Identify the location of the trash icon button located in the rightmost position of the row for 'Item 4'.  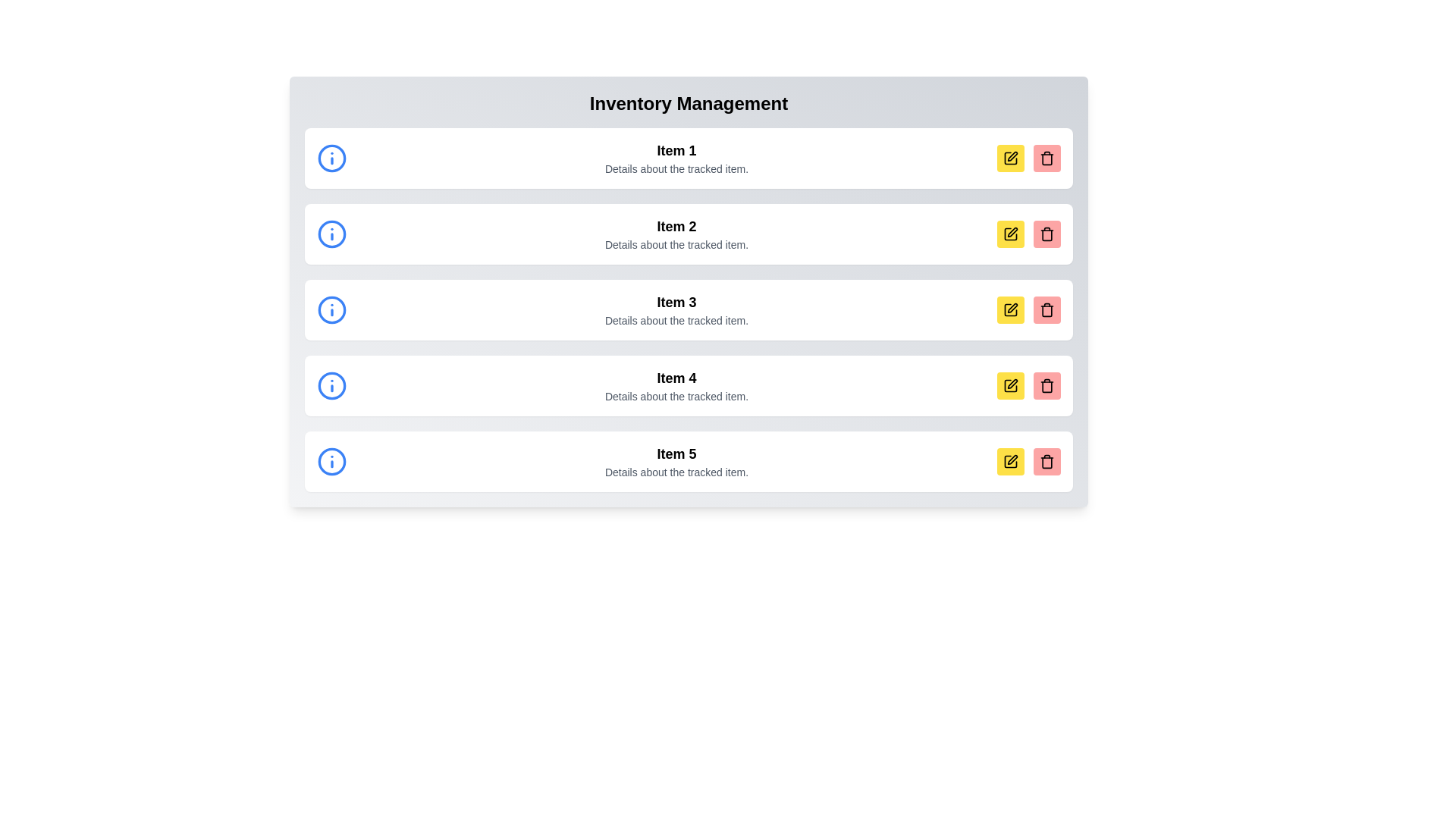
(1046, 385).